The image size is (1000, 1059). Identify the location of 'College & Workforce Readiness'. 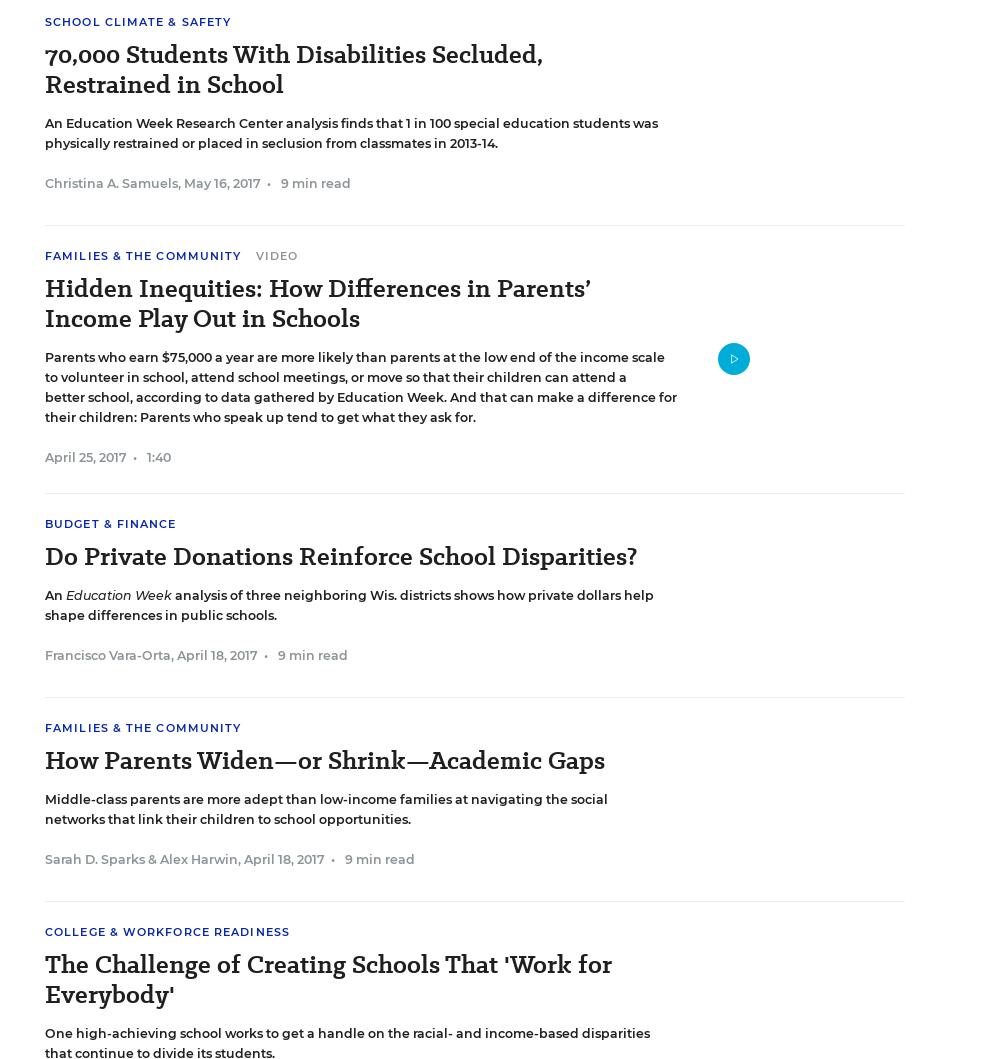
(167, 932).